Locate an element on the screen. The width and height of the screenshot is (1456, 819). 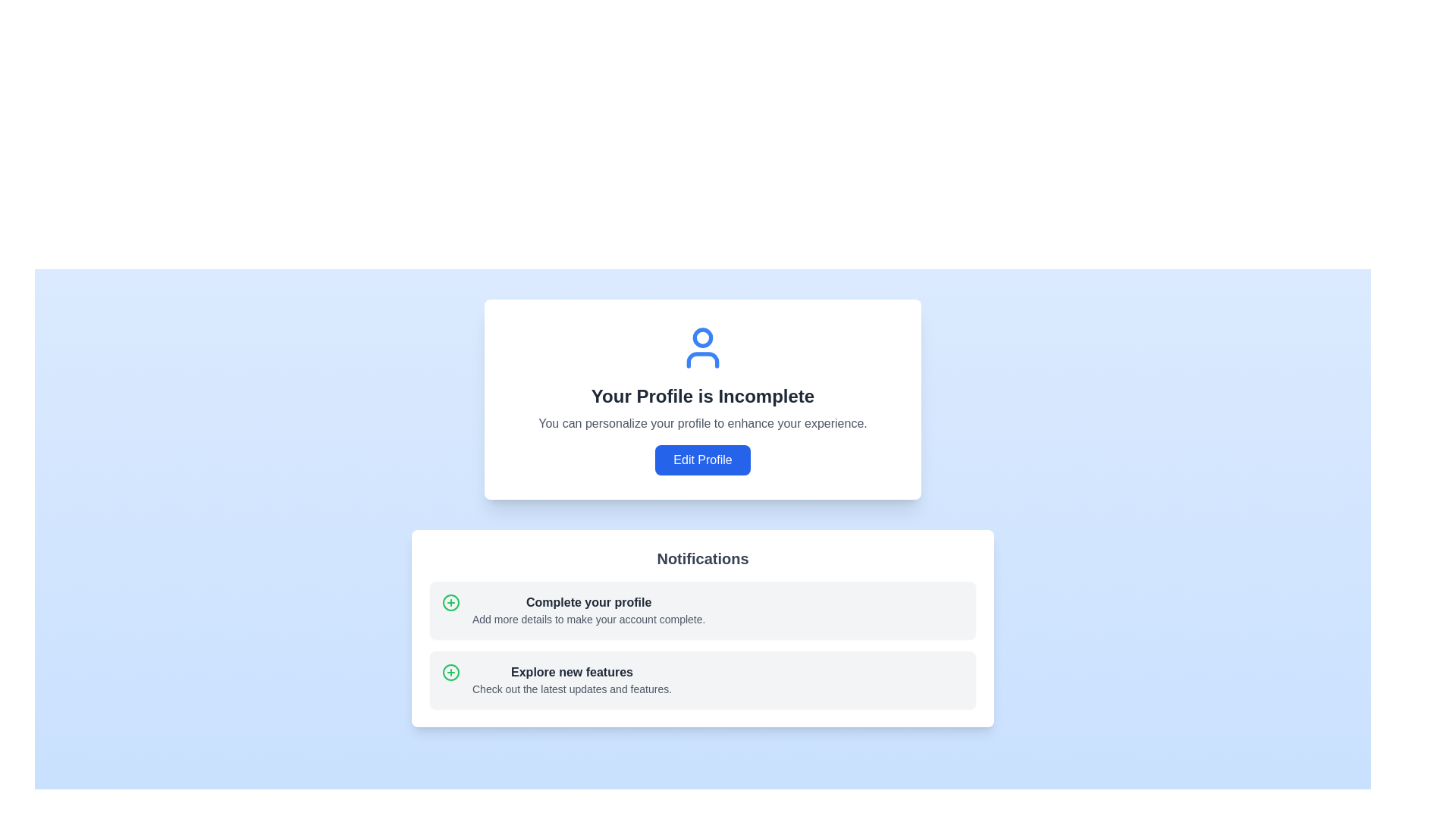
the circular green outlined icon with a plus sign in the center, located next to the notification box that reads 'Complete your profile - Add more details to make your account complete' is located at coordinates (450, 601).